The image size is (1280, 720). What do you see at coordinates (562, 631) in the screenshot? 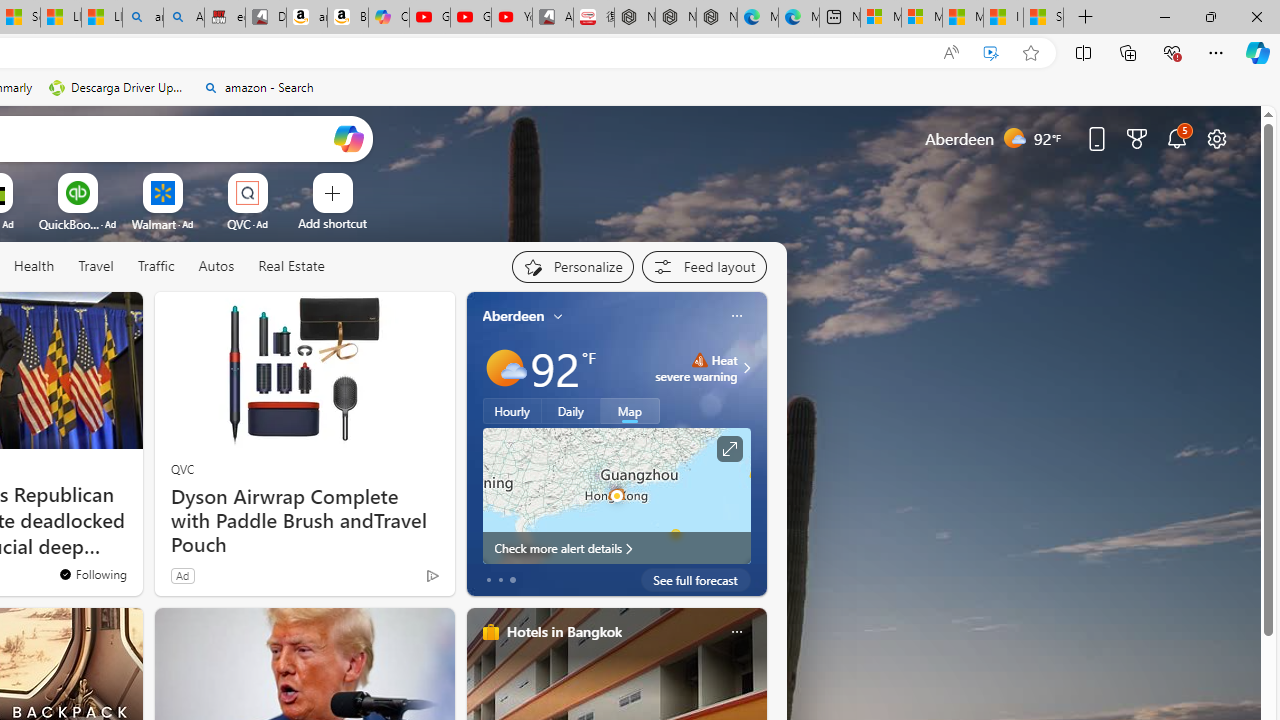
I see `'Hotels in Bangkok'` at bounding box center [562, 631].